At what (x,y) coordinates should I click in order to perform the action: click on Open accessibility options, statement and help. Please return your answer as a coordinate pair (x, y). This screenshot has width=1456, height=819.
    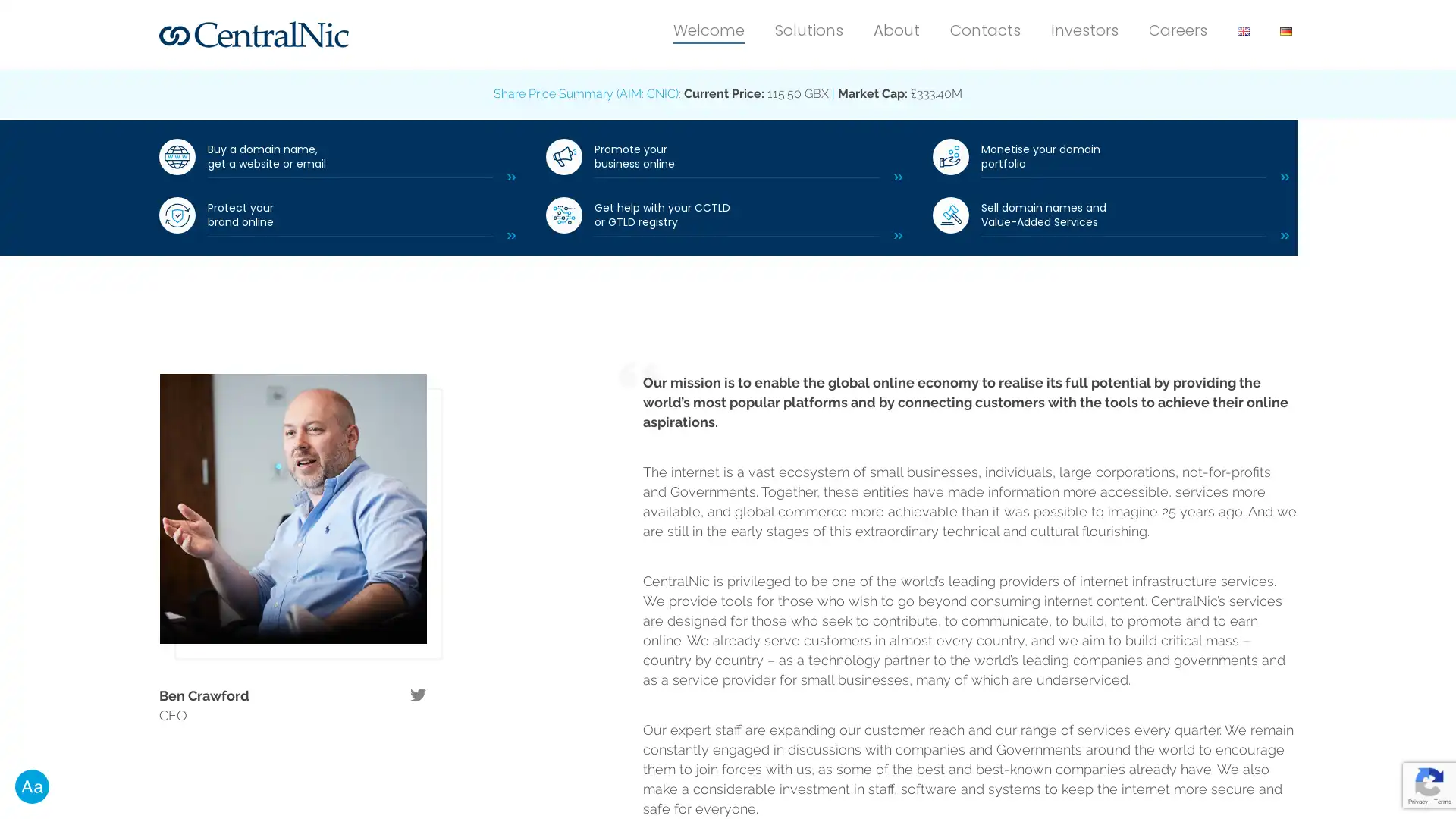
    Looking at the image, I should click on (32, 786).